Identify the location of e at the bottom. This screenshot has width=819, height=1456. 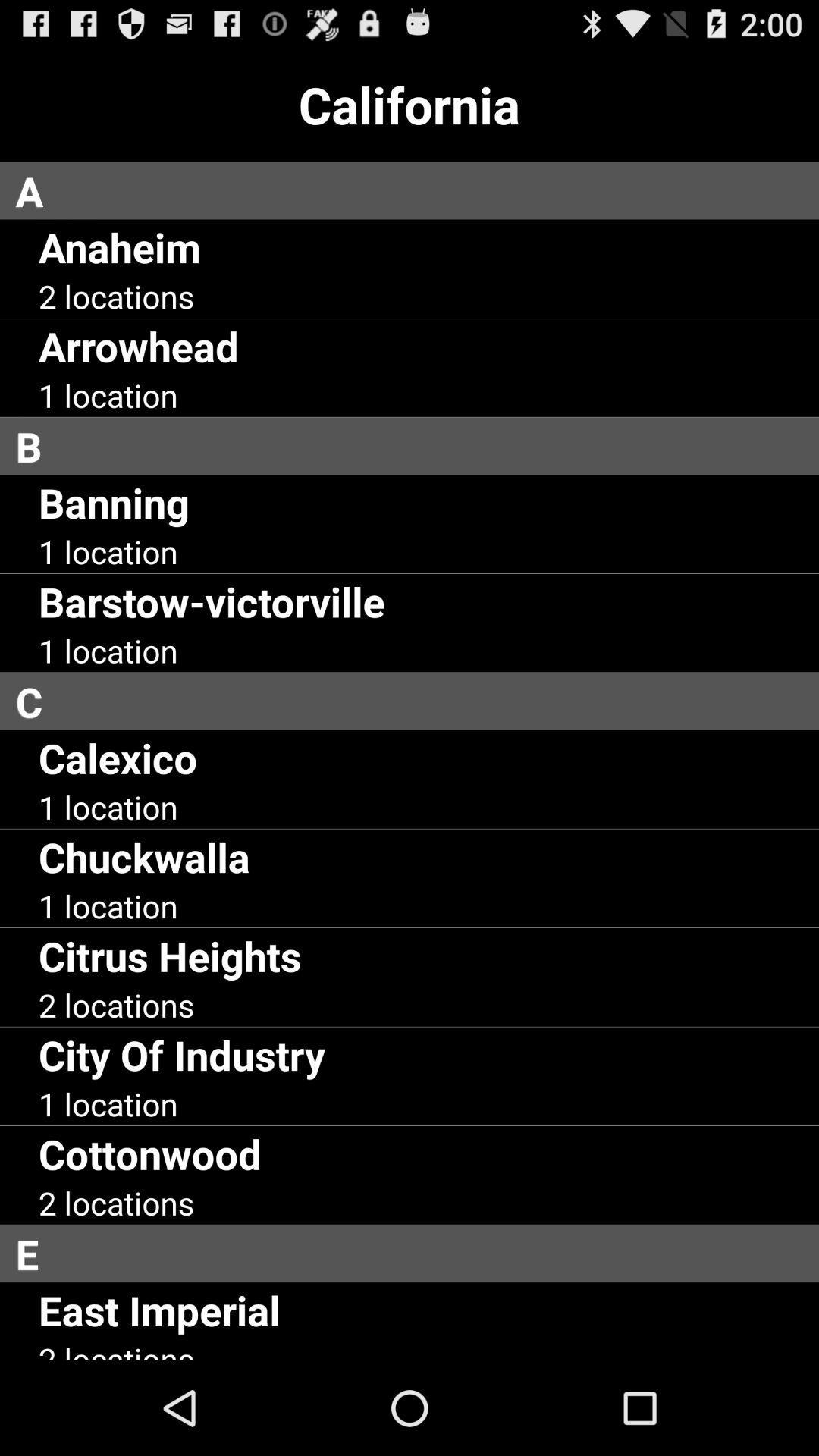
(417, 1254).